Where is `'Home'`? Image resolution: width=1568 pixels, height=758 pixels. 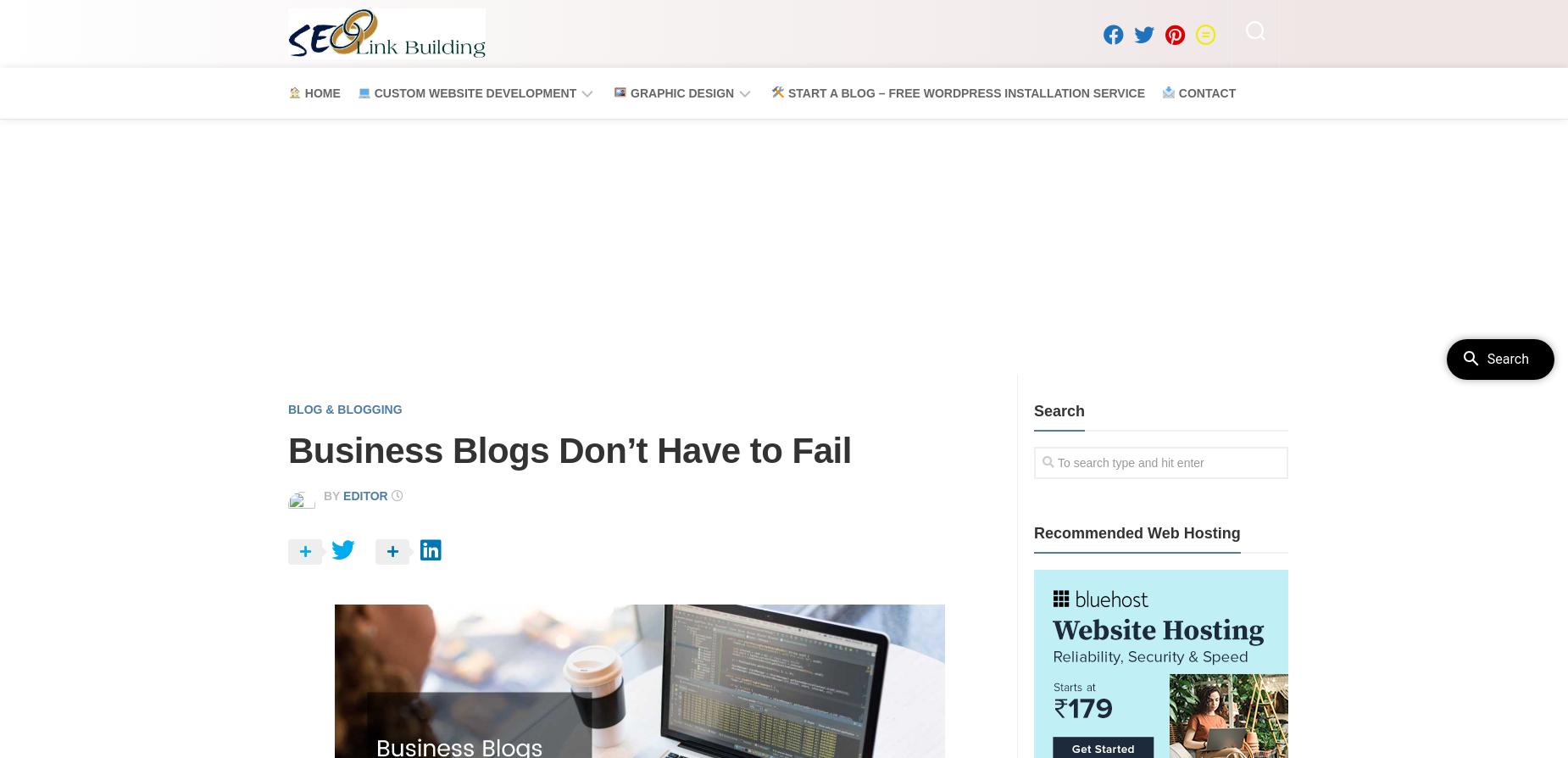 'Home' is located at coordinates (319, 92).